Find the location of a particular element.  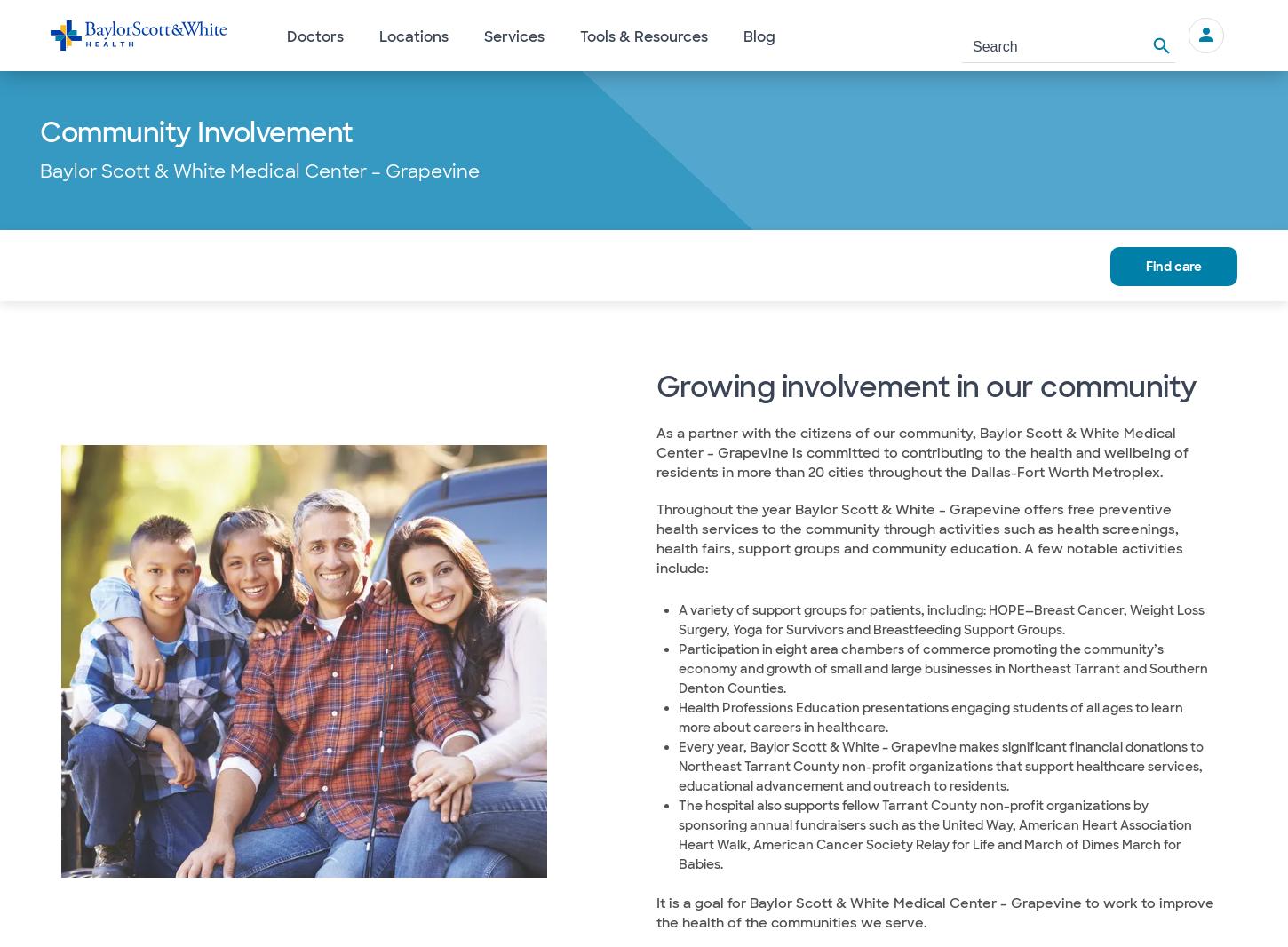

'Community Outreach' is located at coordinates (449, 264).